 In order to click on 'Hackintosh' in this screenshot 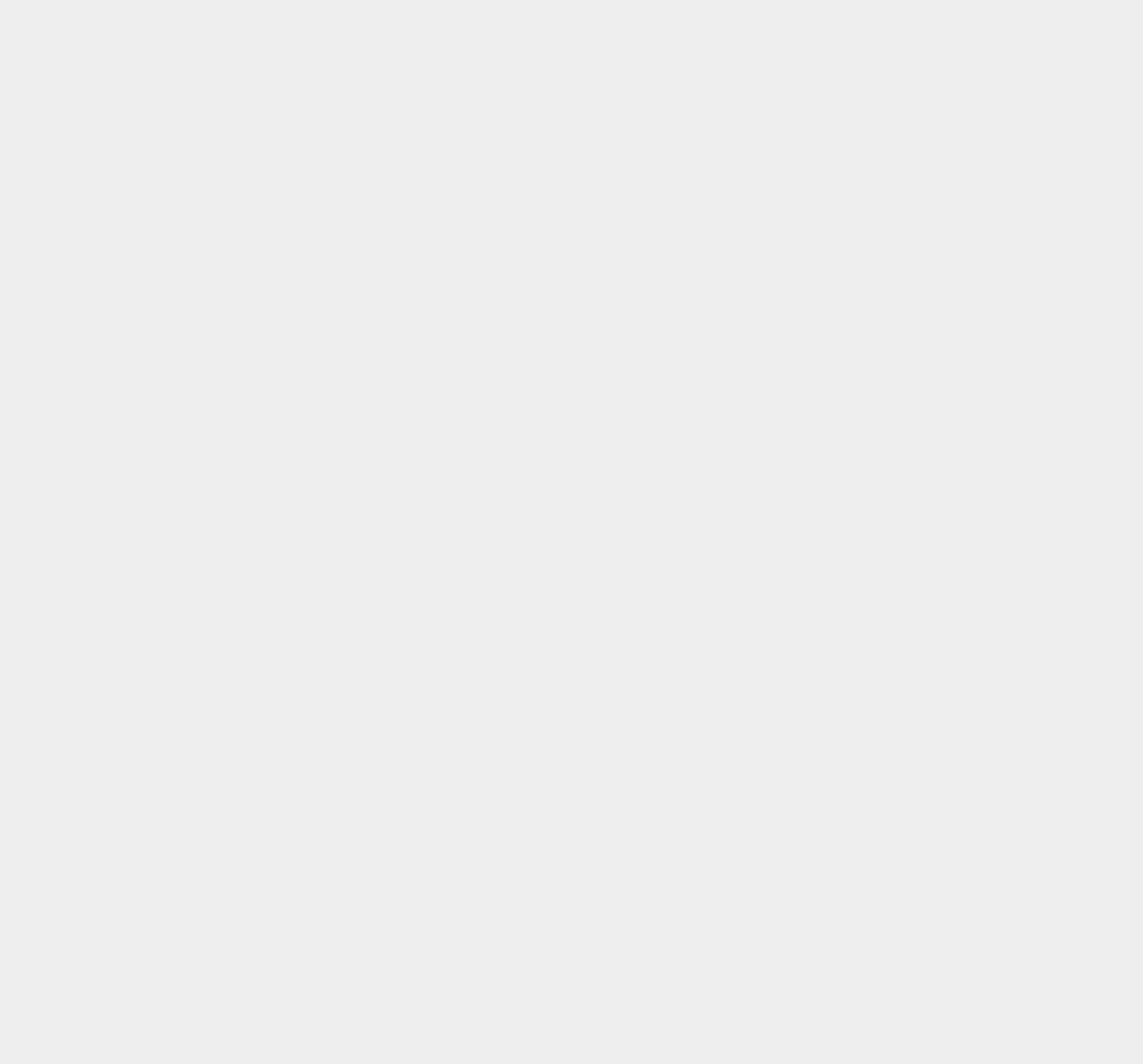, I will do `click(842, 22)`.